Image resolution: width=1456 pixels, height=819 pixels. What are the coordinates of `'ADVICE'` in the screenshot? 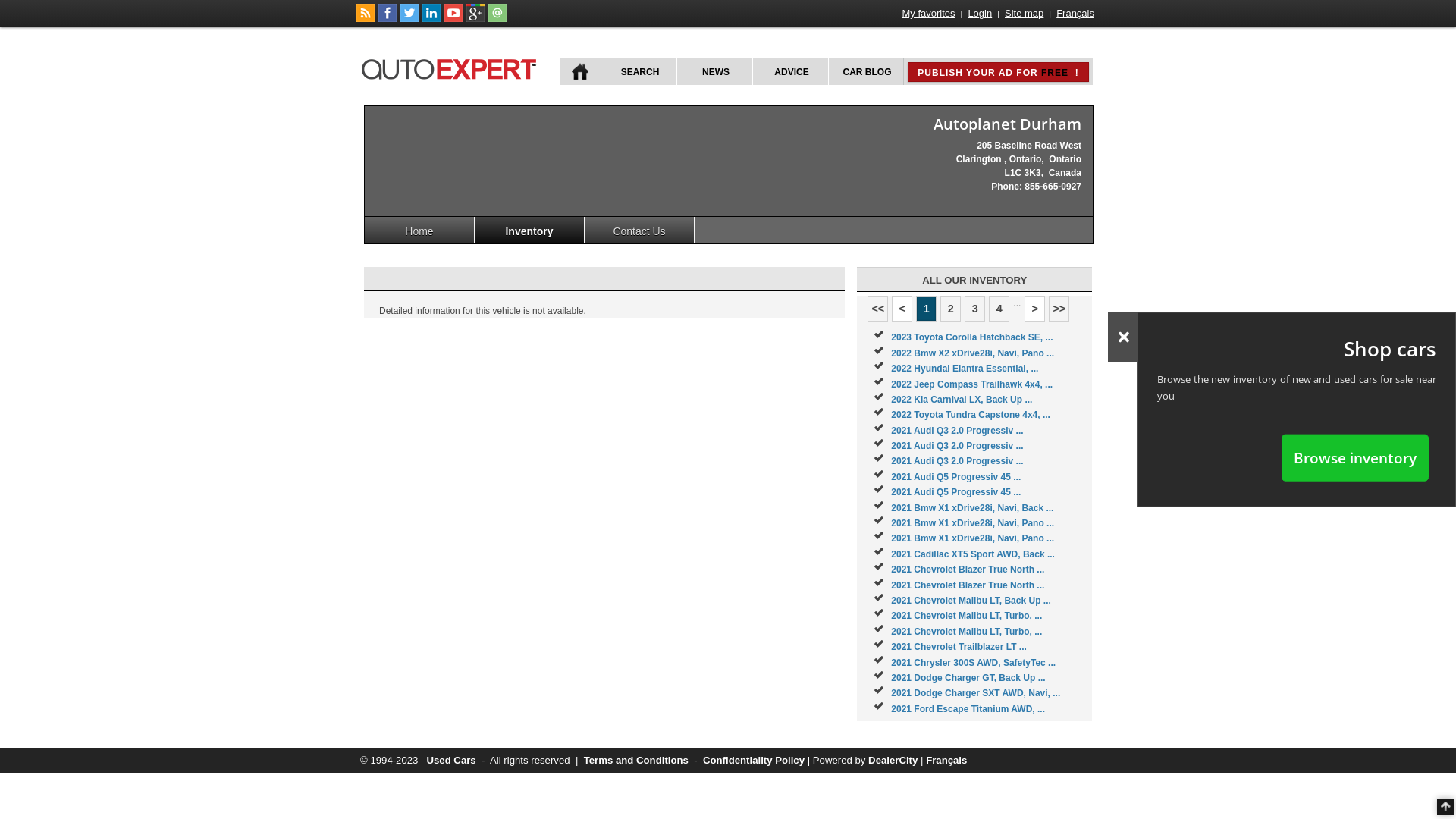 It's located at (789, 71).